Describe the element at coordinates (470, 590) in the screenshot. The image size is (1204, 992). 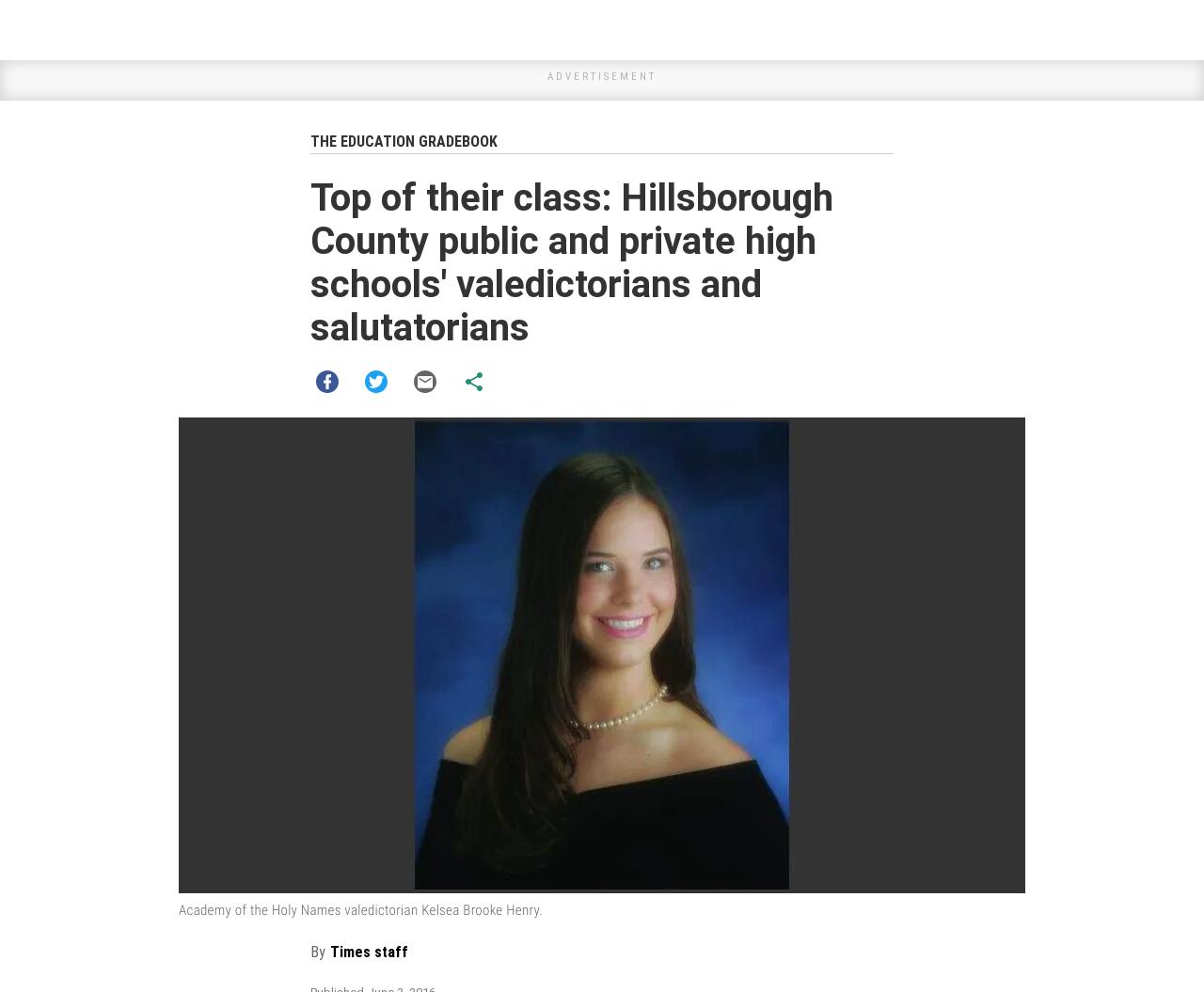
I see `'Valedictorian (Traditional): Zima K. Patel'` at that location.